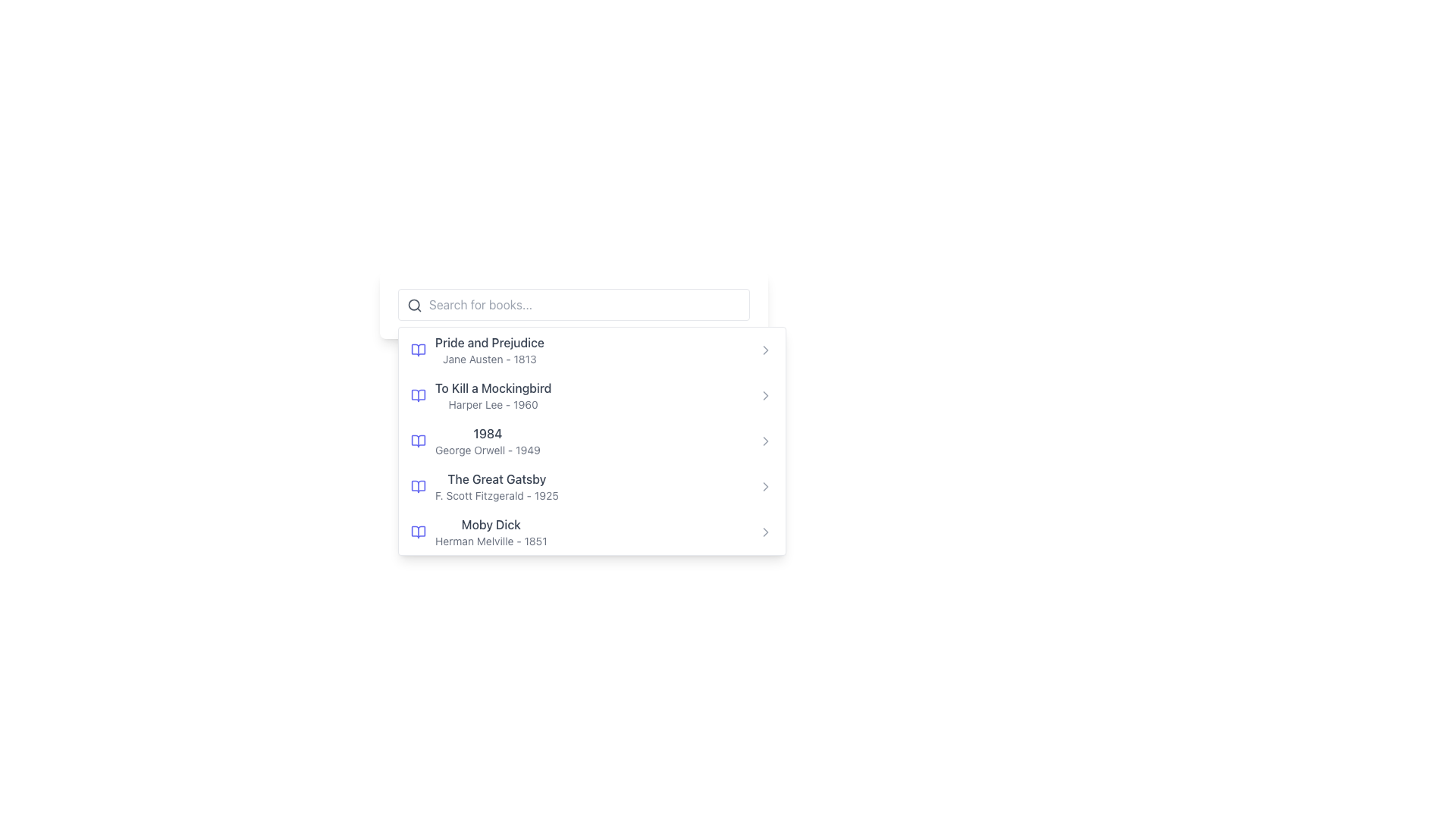 The image size is (1456, 819). What do you see at coordinates (489, 350) in the screenshot?
I see `the selectable book entry located directly under the search bar and to the left of the blue book icon` at bounding box center [489, 350].